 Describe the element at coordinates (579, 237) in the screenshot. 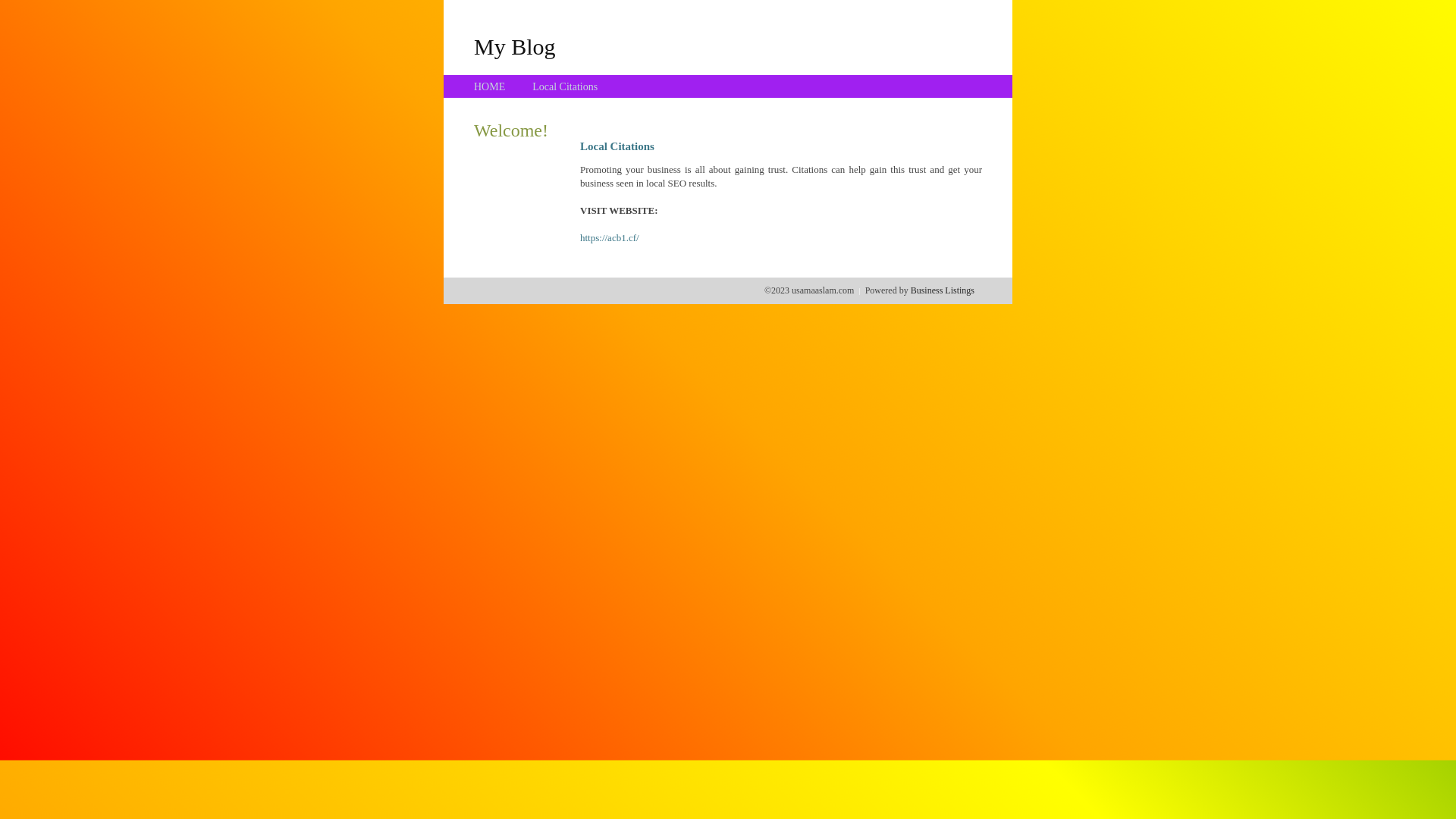

I see `'https://acb1.cf/'` at that location.